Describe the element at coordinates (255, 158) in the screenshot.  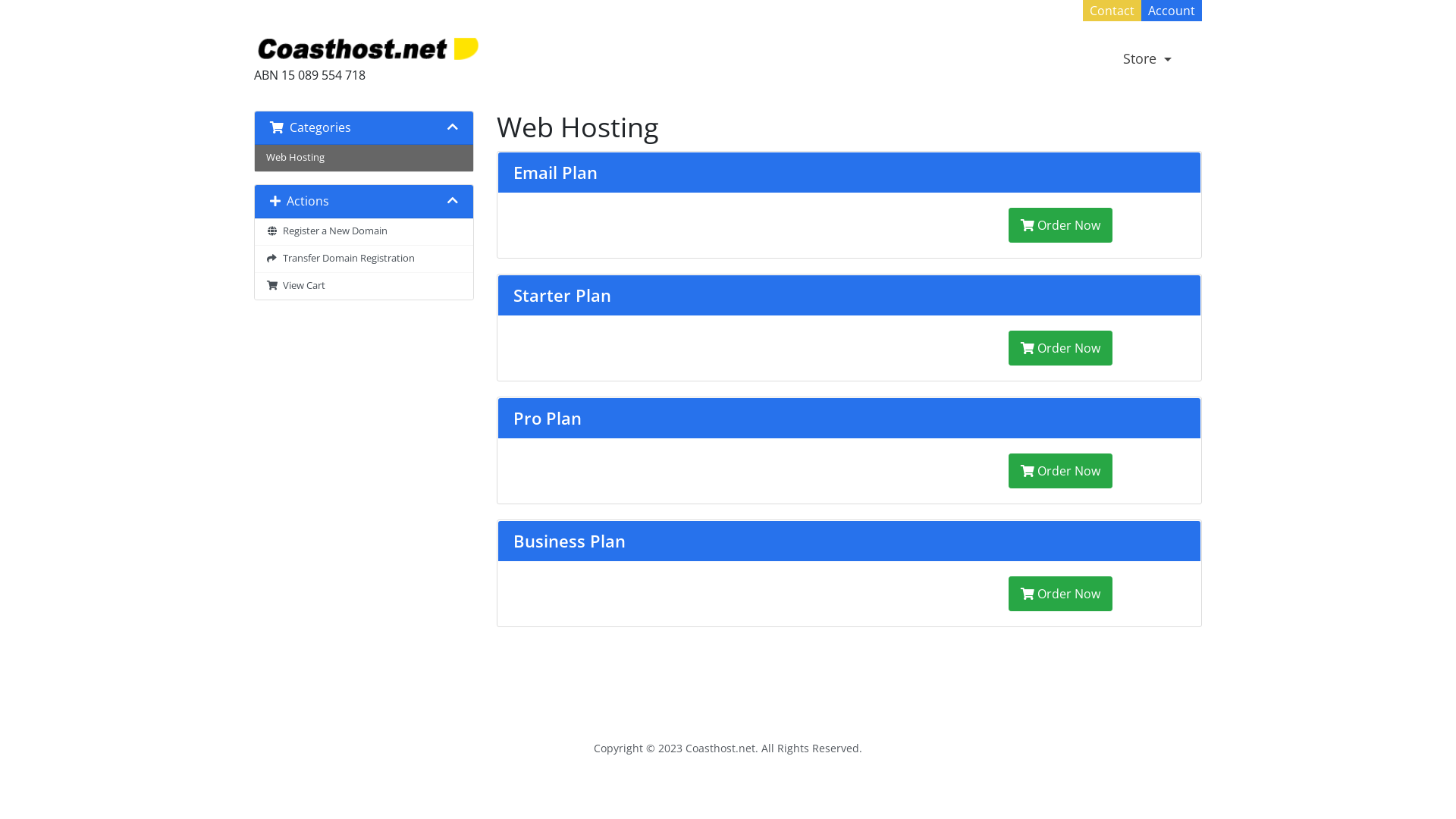
I see `'Web Hosting'` at that location.